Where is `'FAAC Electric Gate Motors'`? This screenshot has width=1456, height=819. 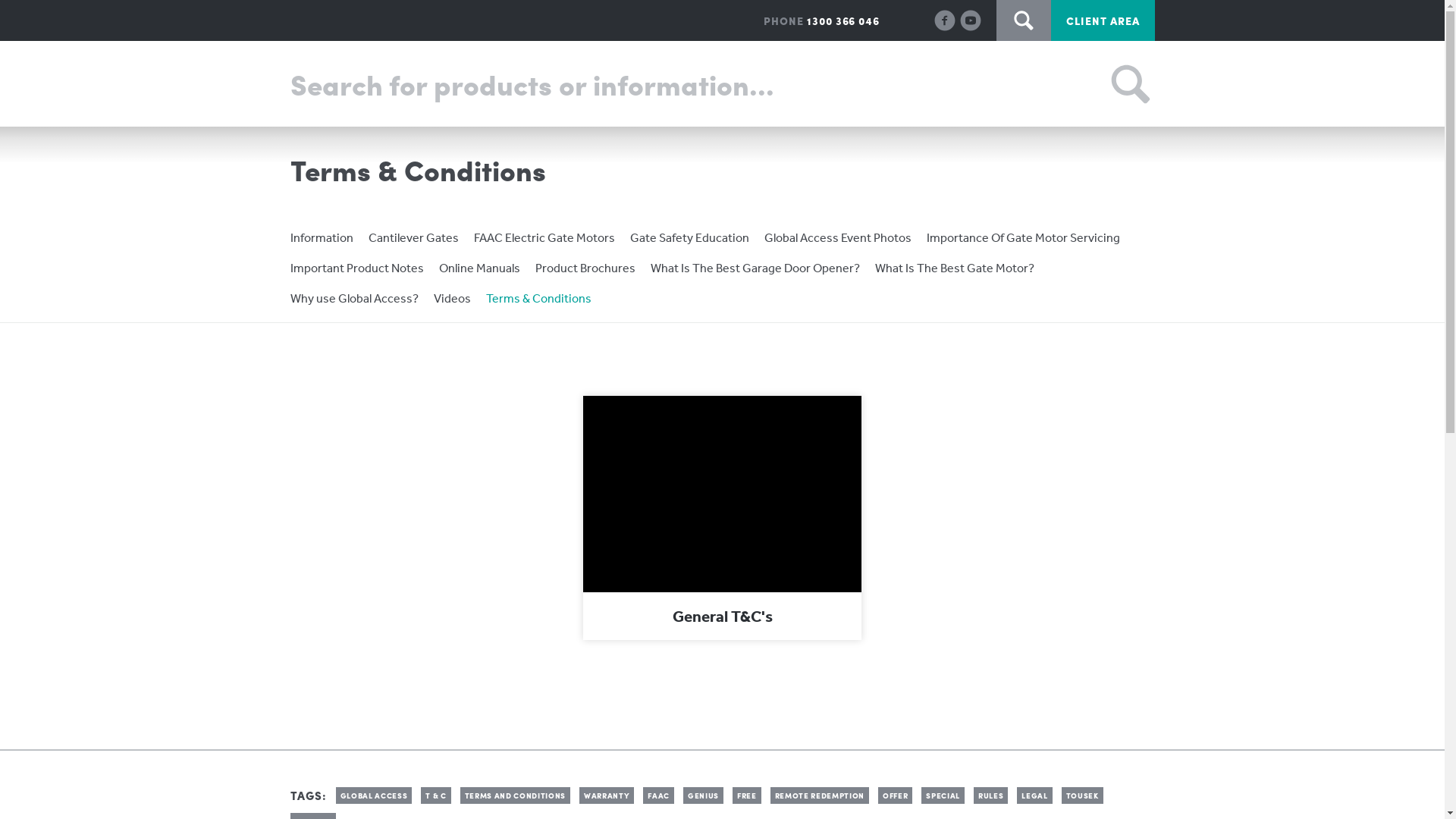 'FAAC Electric Gate Motors' is located at coordinates (543, 237).